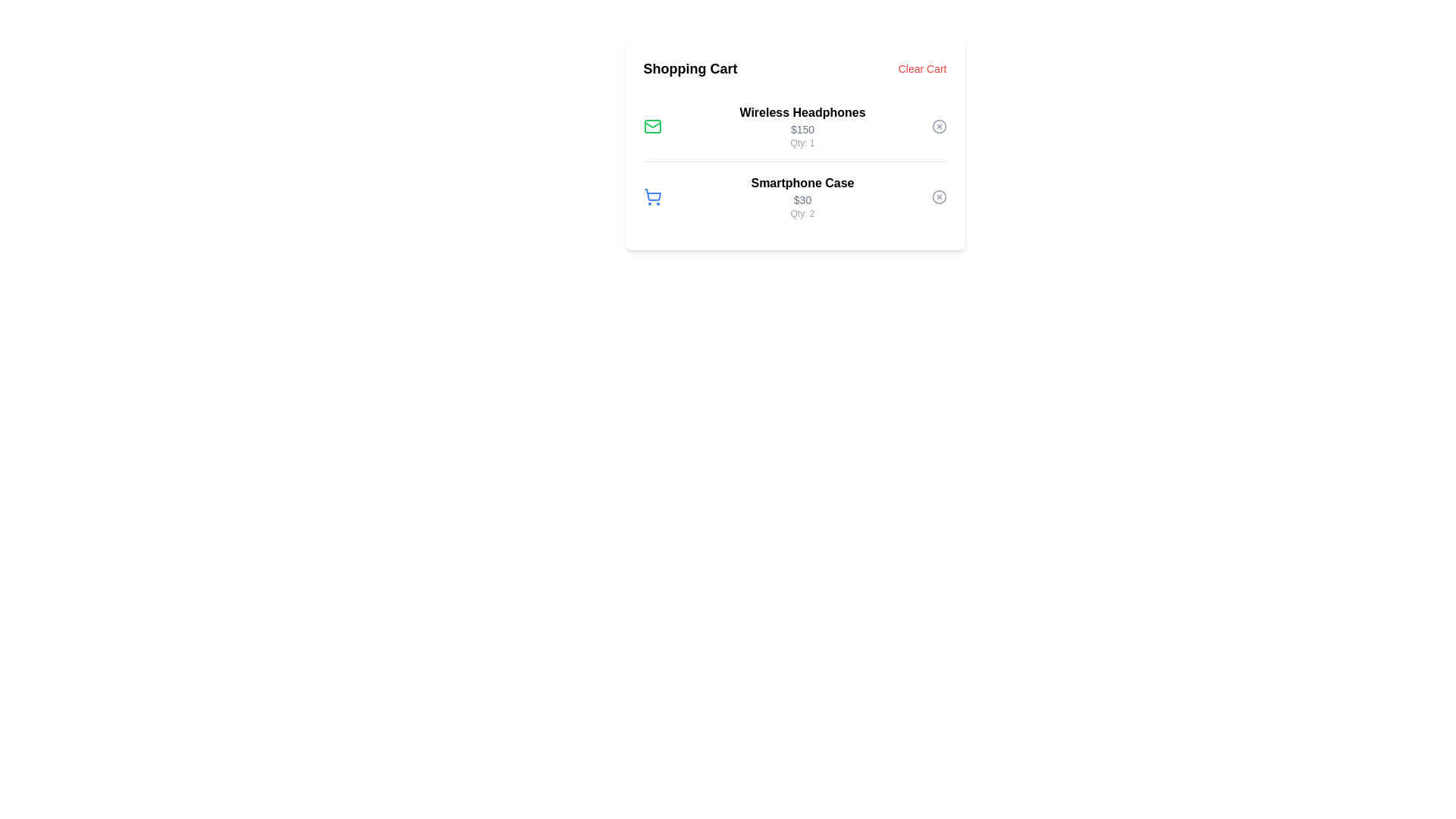  Describe the element at coordinates (652, 125) in the screenshot. I see `the email icon located to the left of the product title 'Wireless Headphones' in the shopping cart interface` at that location.